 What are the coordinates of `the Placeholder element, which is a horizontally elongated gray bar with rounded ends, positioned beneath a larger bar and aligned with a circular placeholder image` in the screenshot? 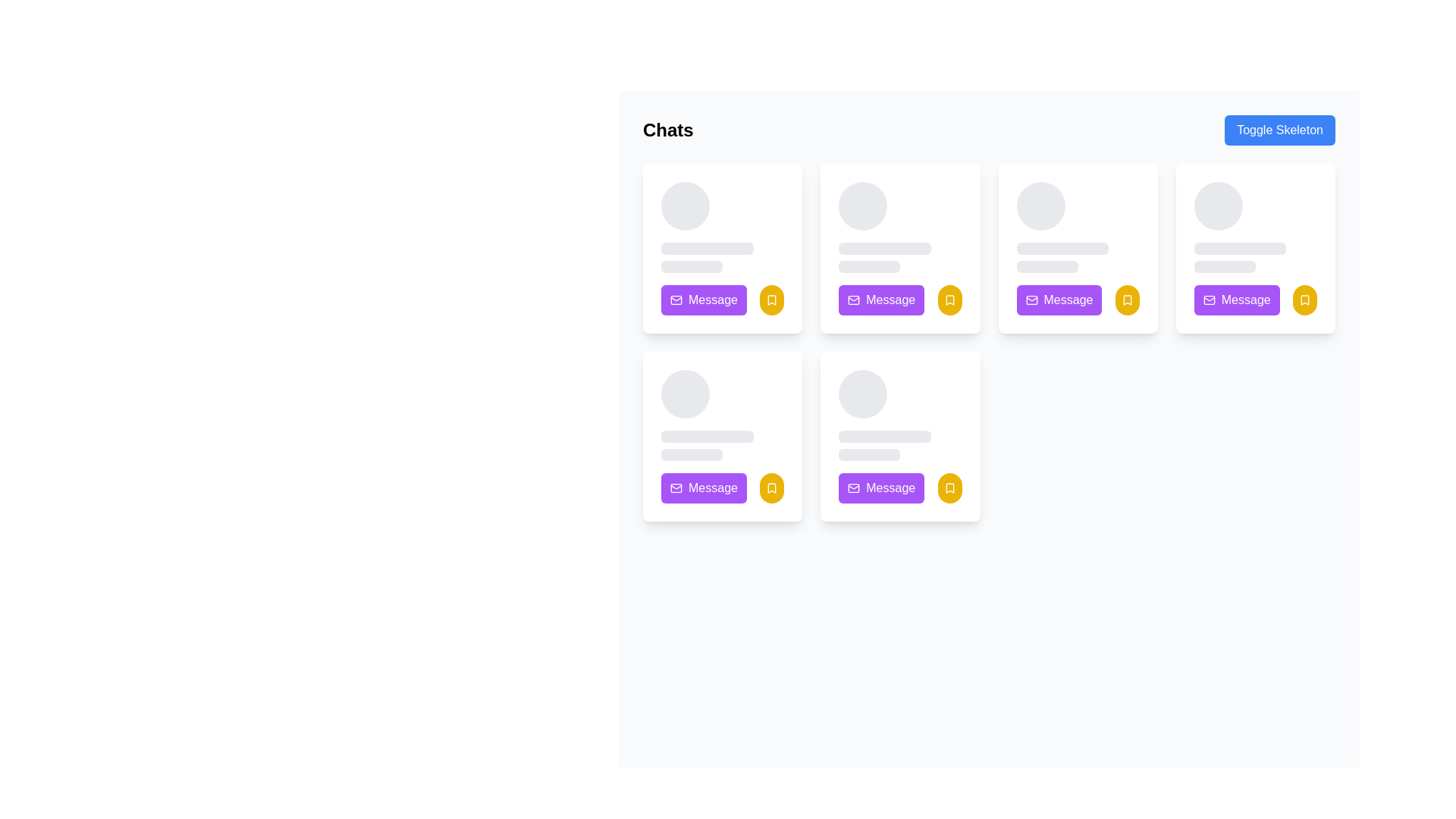 It's located at (691, 454).